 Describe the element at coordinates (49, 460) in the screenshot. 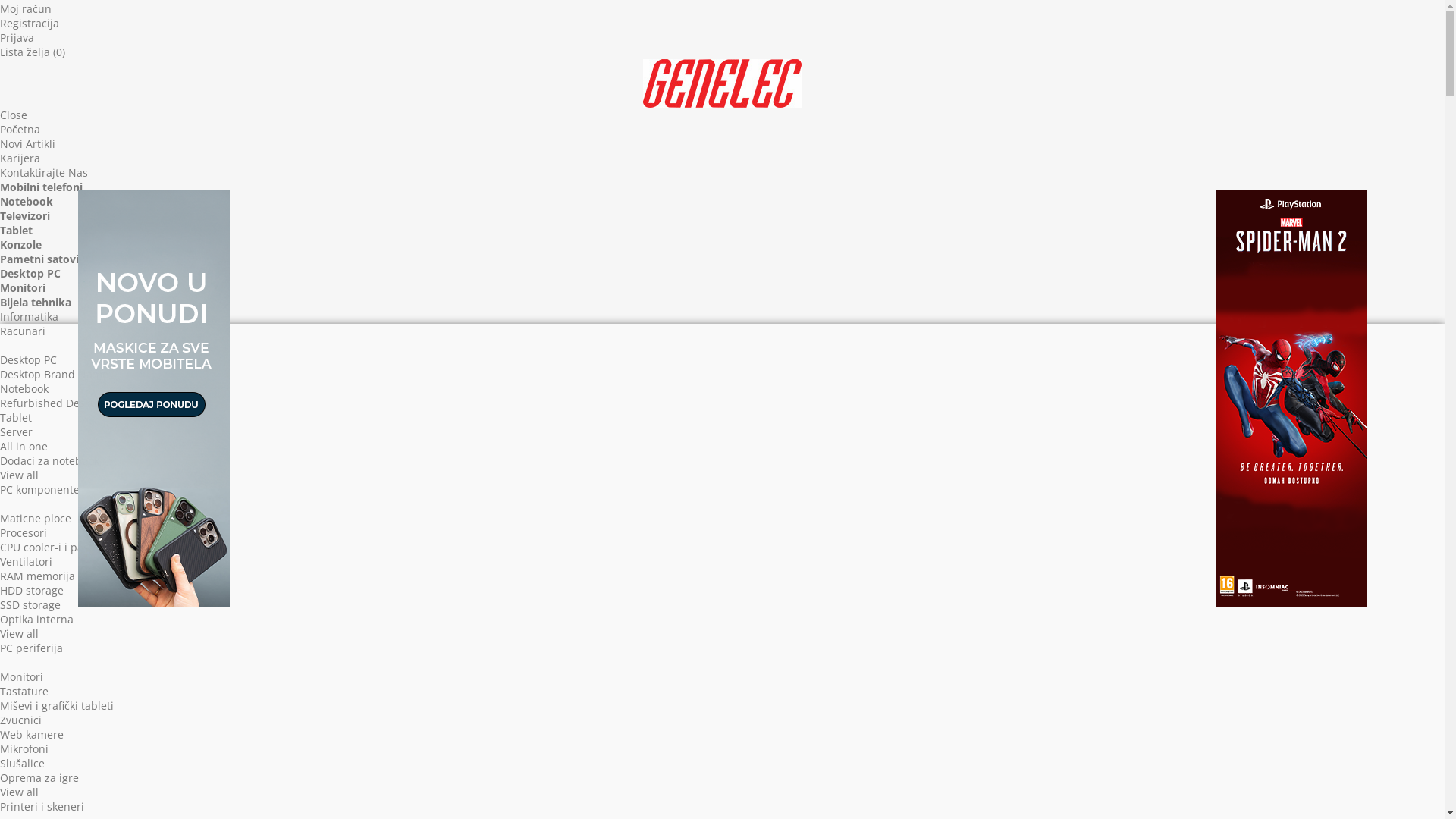

I see `'Dodaci za notebook'` at that location.